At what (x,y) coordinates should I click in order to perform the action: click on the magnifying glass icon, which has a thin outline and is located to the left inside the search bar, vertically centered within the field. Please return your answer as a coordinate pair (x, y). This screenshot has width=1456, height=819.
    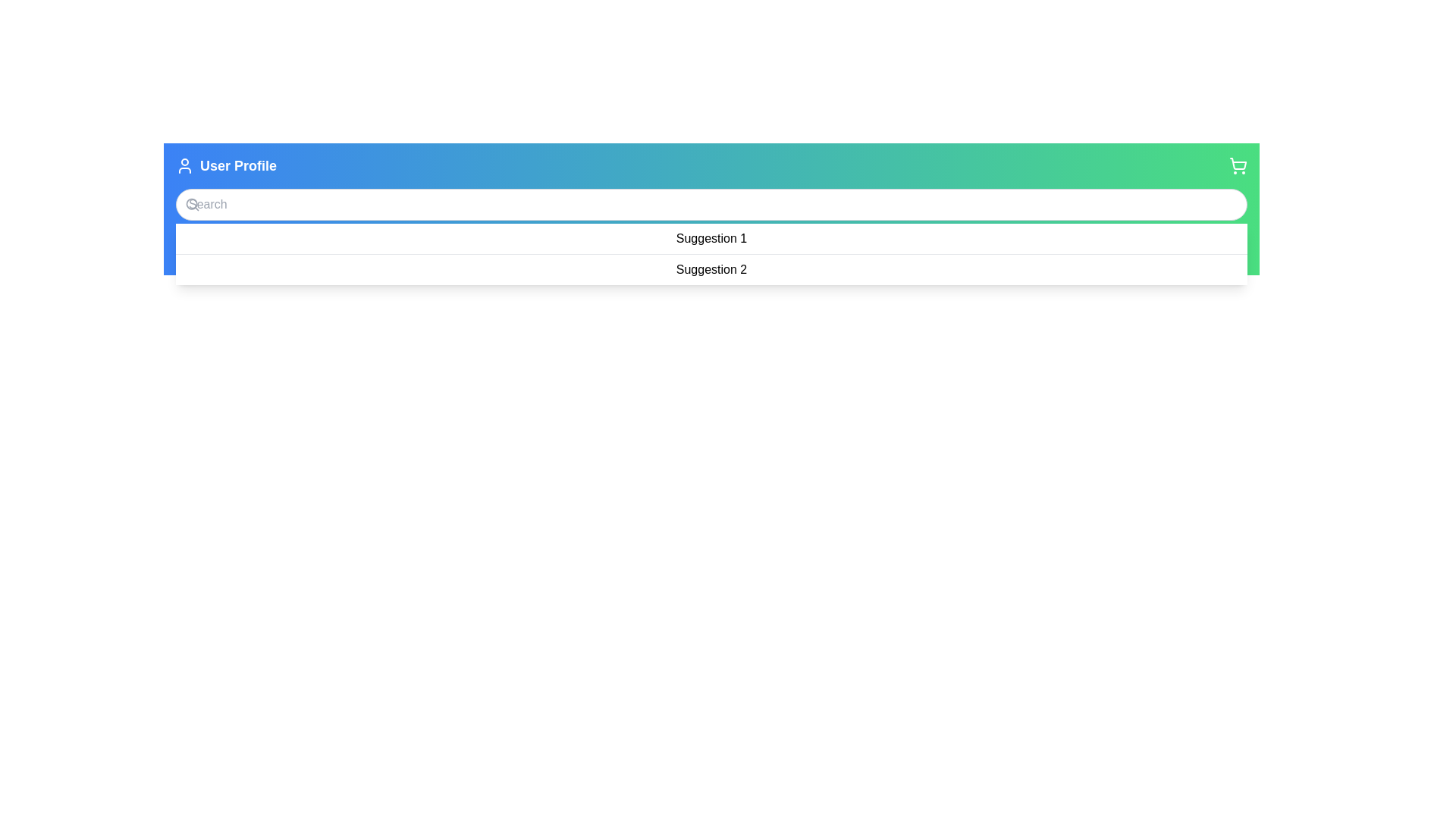
    Looking at the image, I should click on (192, 205).